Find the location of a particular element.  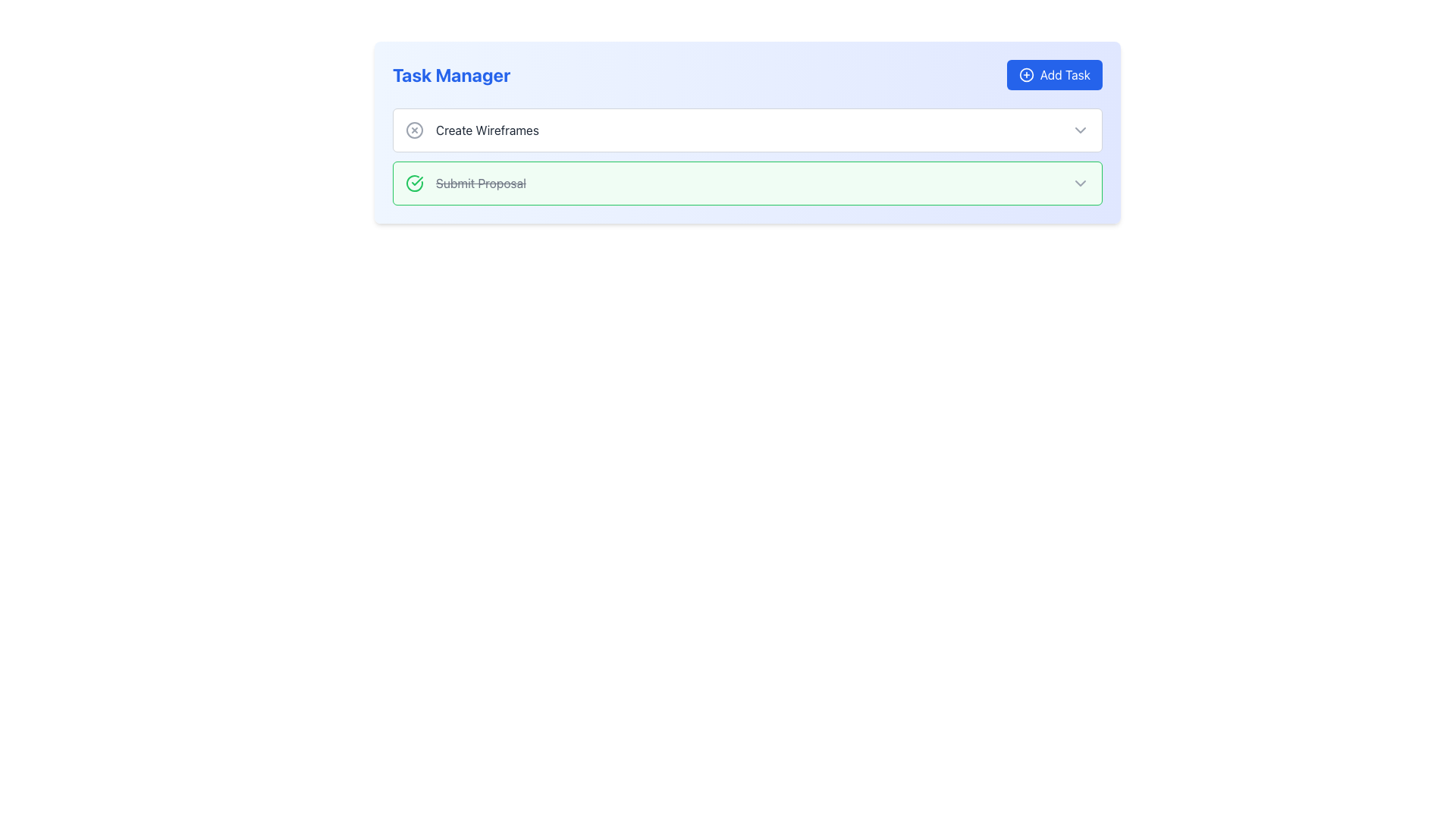

the blue 'Add Task' button with rounded corners located at the top-right corner of the interface is located at coordinates (1053, 75).